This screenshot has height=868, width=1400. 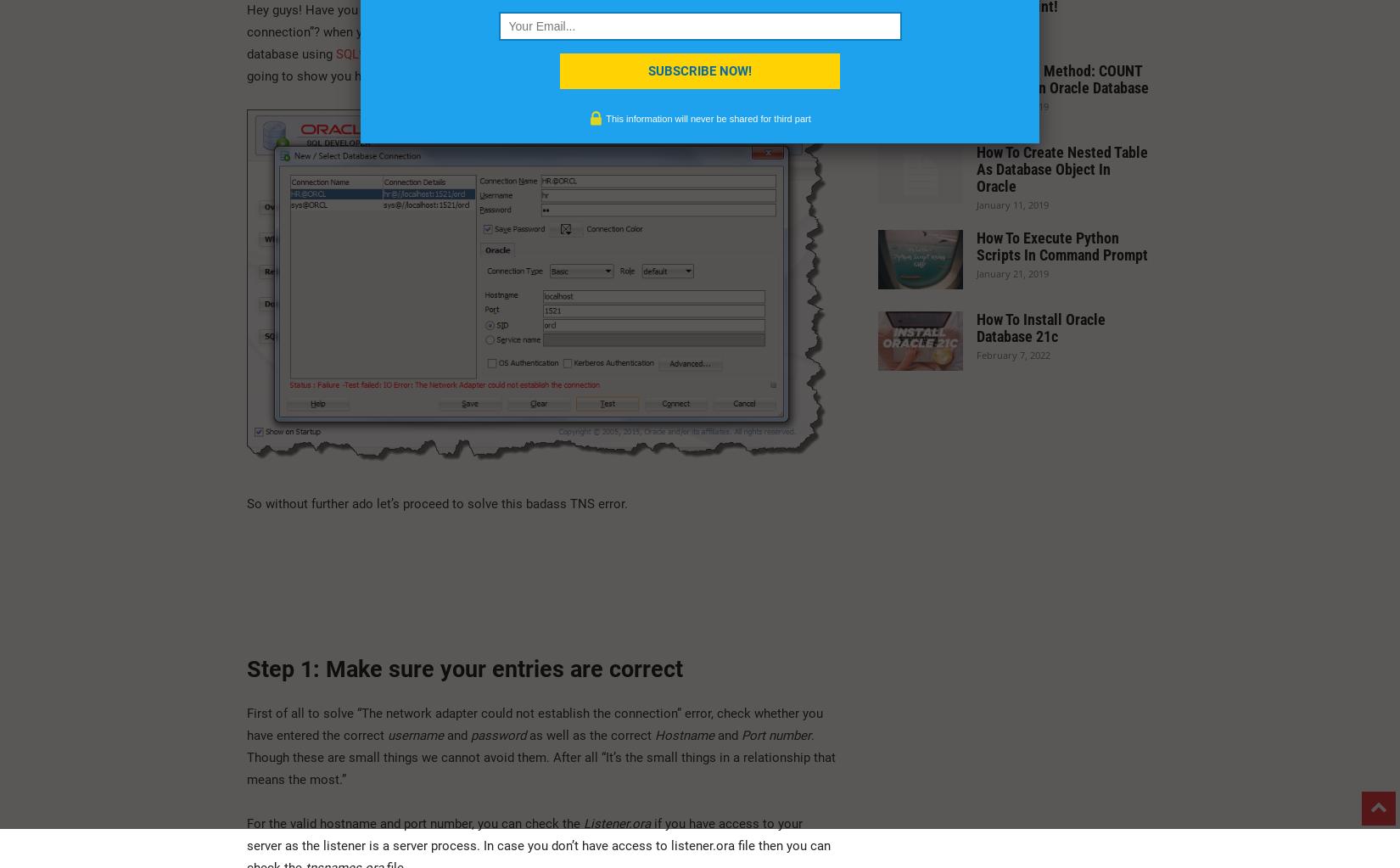 I want to click on 'as well as the correct', so click(x=529, y=733).